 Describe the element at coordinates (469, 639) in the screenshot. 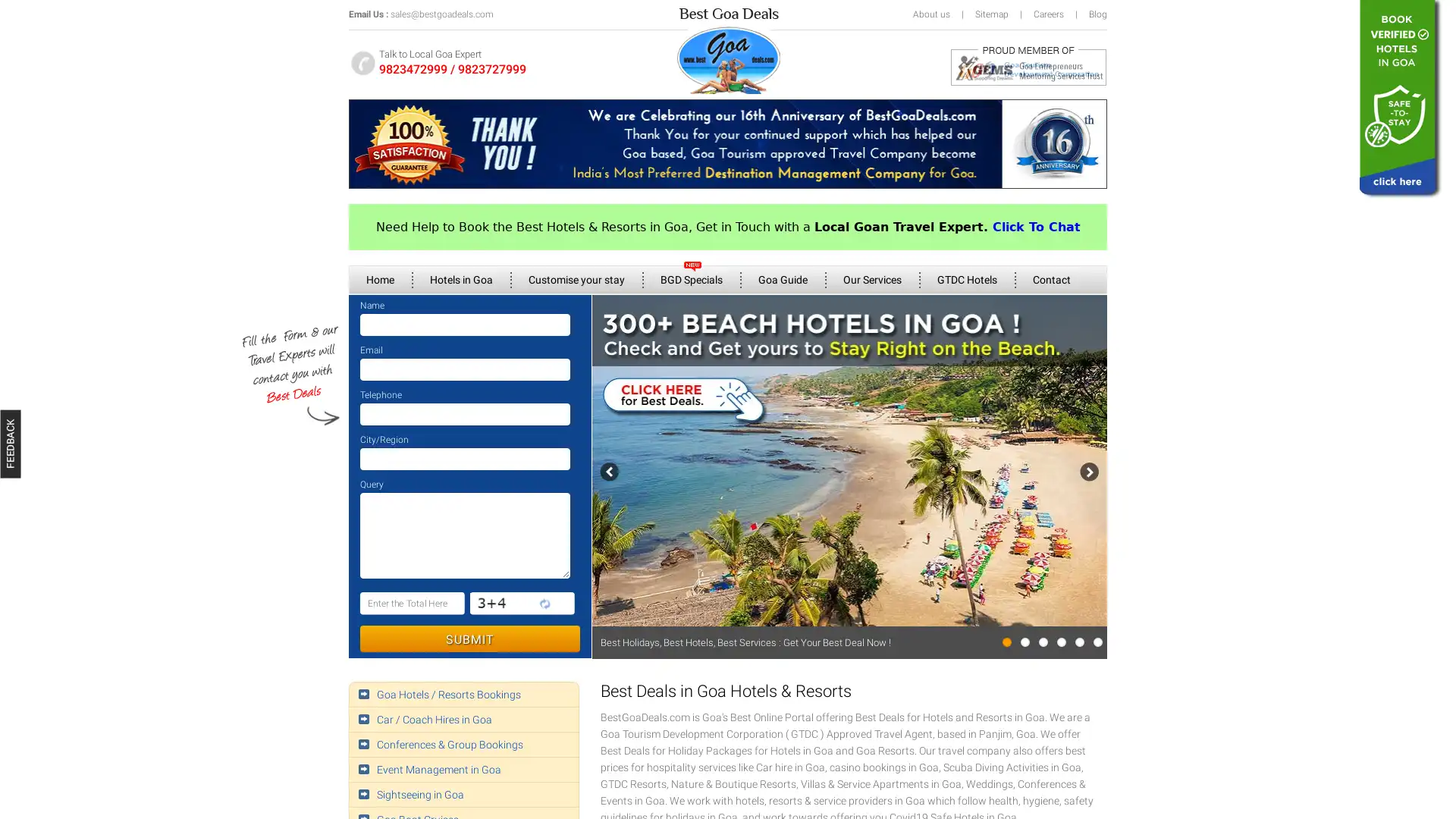

I see `SUBMIT` at that location.